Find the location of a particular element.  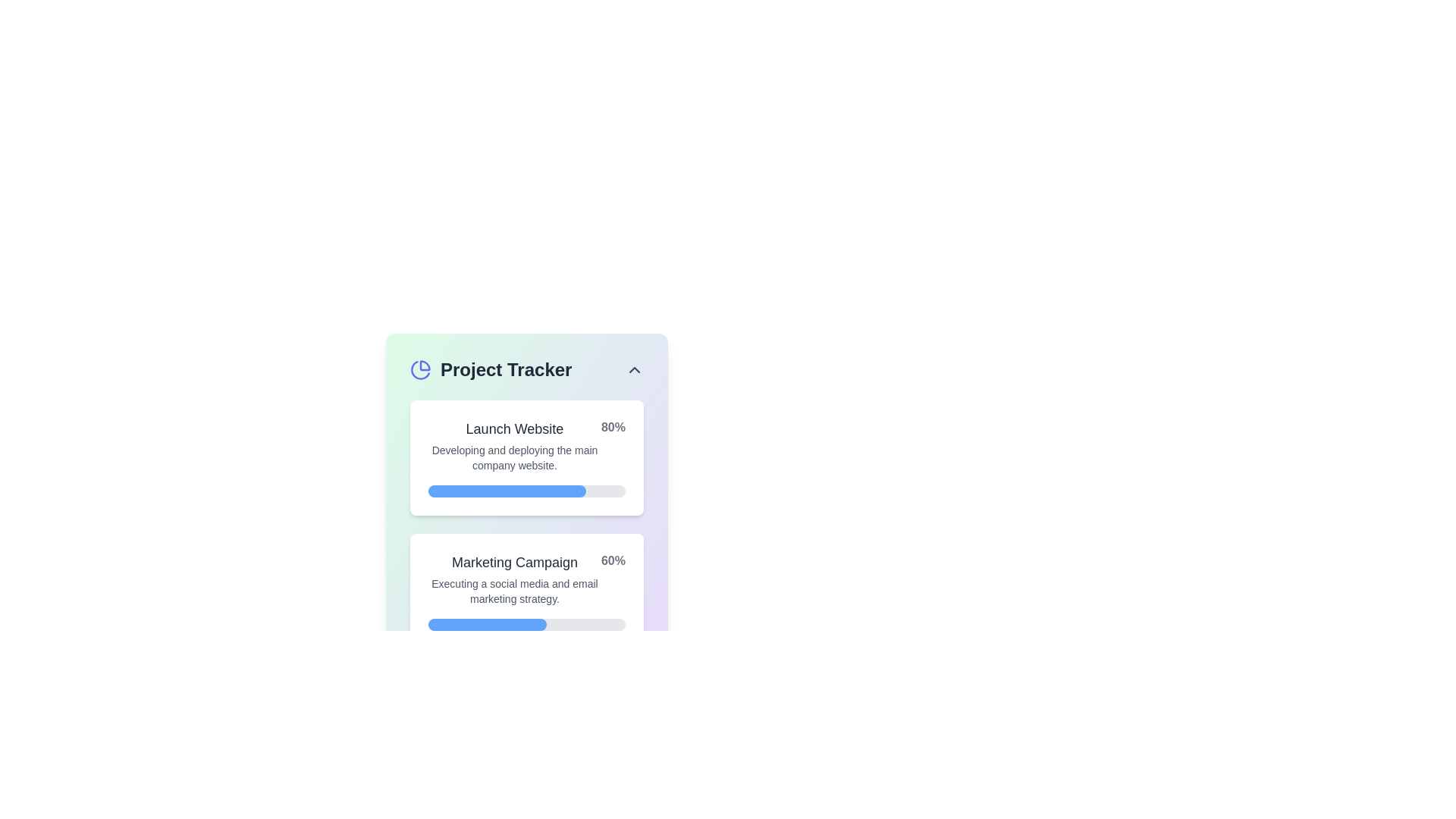

the progress bar indicating 60% completion located below the marketing campaign text is located at coordinates (527, 625).